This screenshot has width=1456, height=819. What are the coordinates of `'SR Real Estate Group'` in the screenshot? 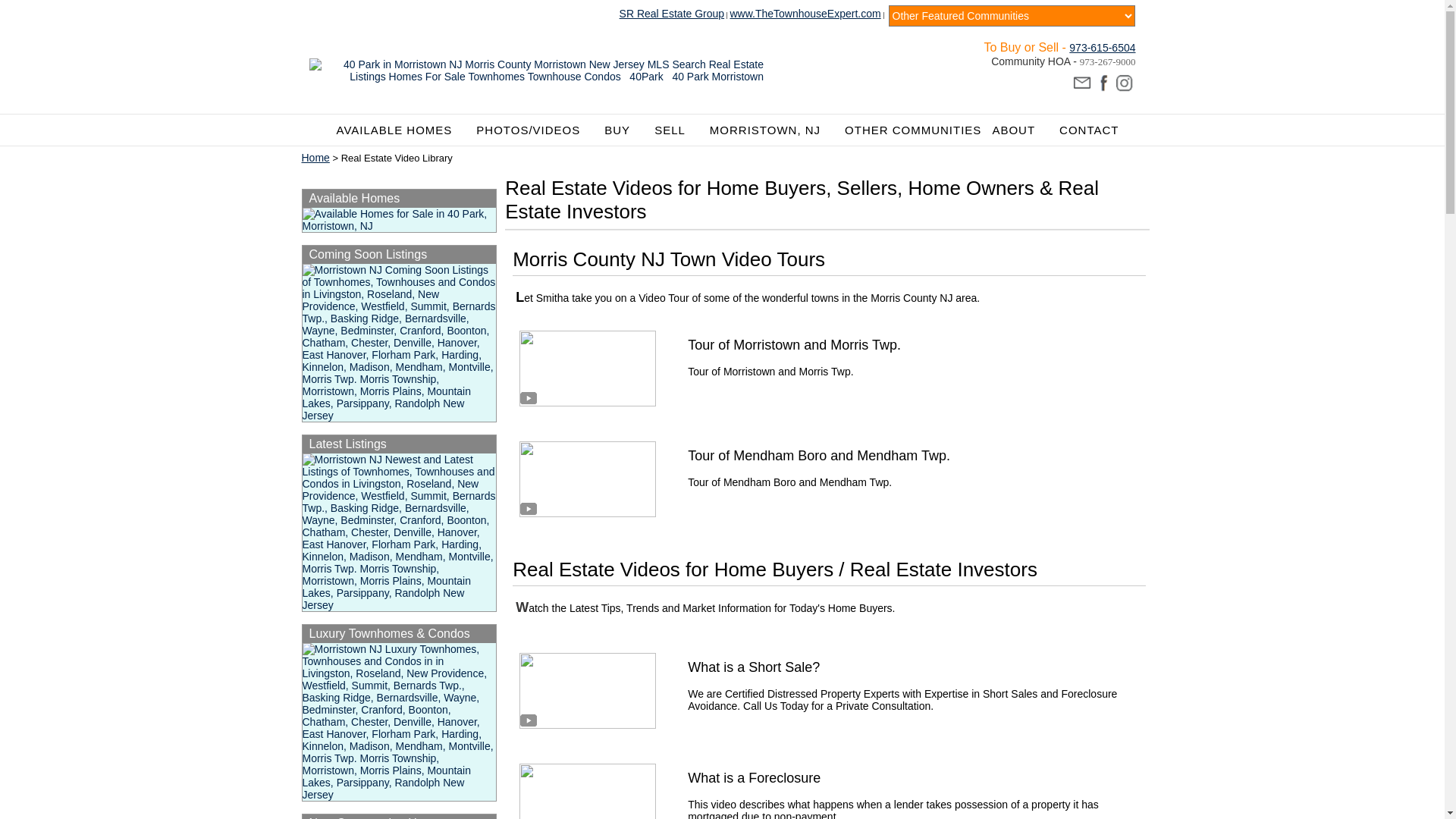 It's located at (671, 14).